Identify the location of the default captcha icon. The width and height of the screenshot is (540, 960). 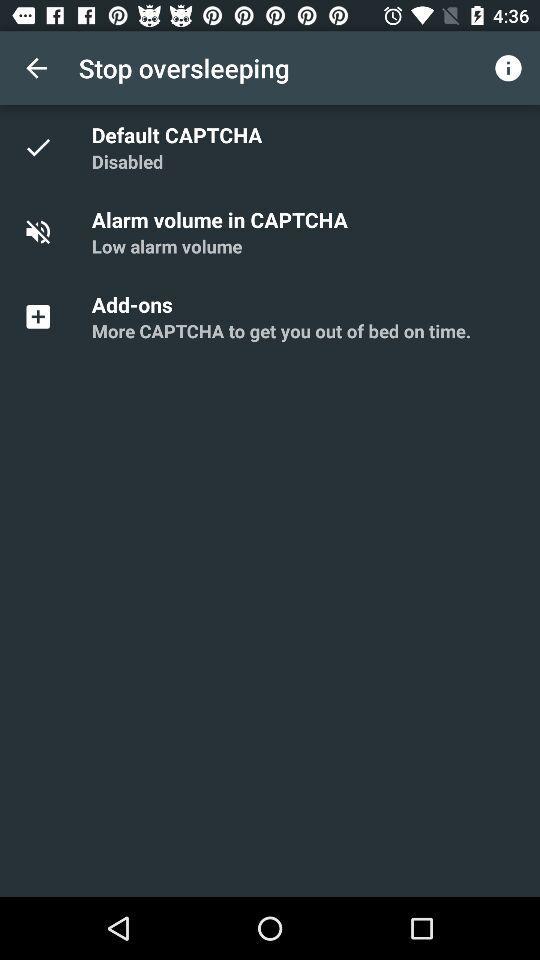
(180, 133).